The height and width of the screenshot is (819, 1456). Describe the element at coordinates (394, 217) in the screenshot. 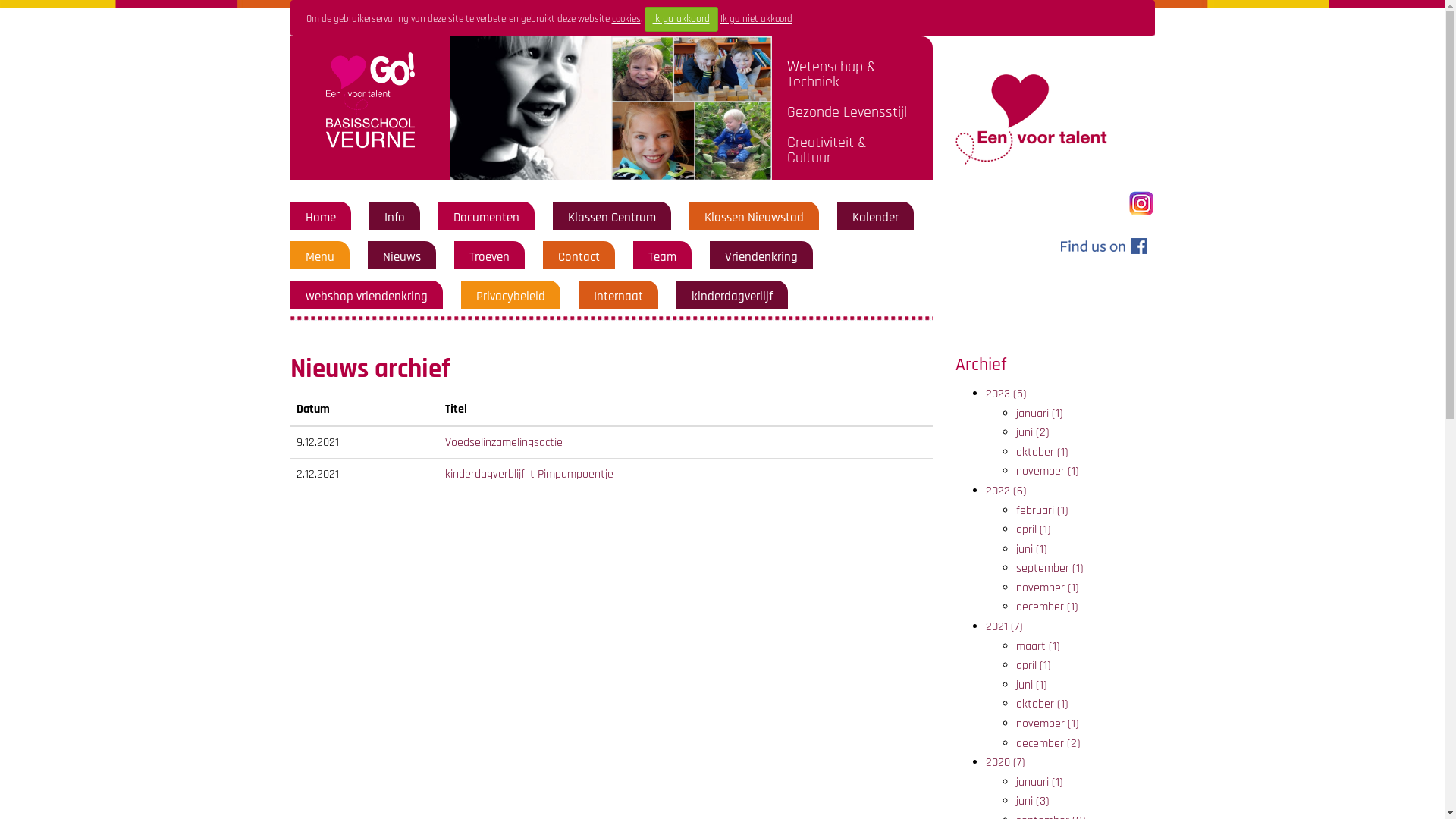

I see `'Info'` at that location.